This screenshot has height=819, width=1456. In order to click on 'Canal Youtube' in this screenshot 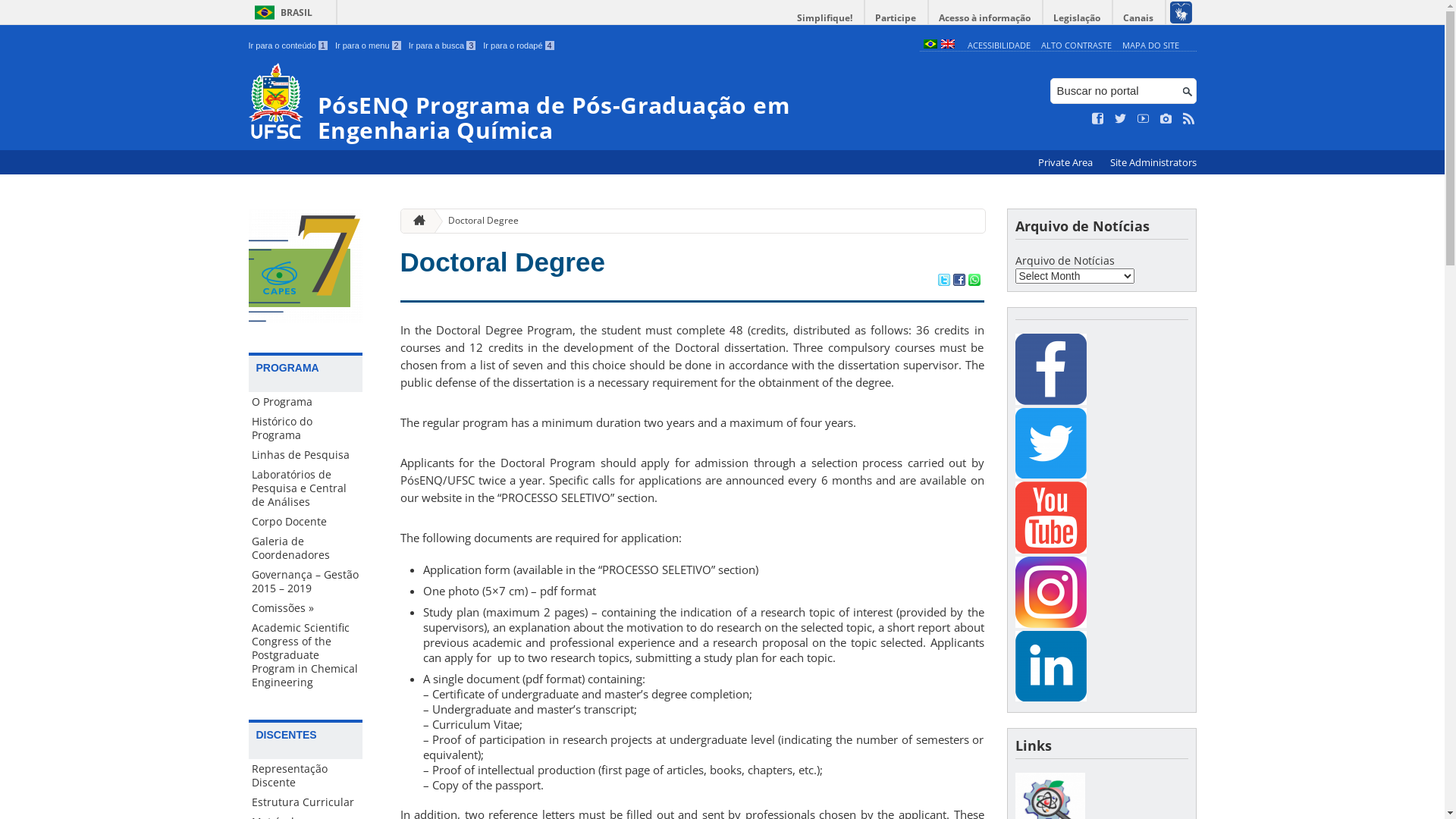, I will do `click(1050, 516)`.